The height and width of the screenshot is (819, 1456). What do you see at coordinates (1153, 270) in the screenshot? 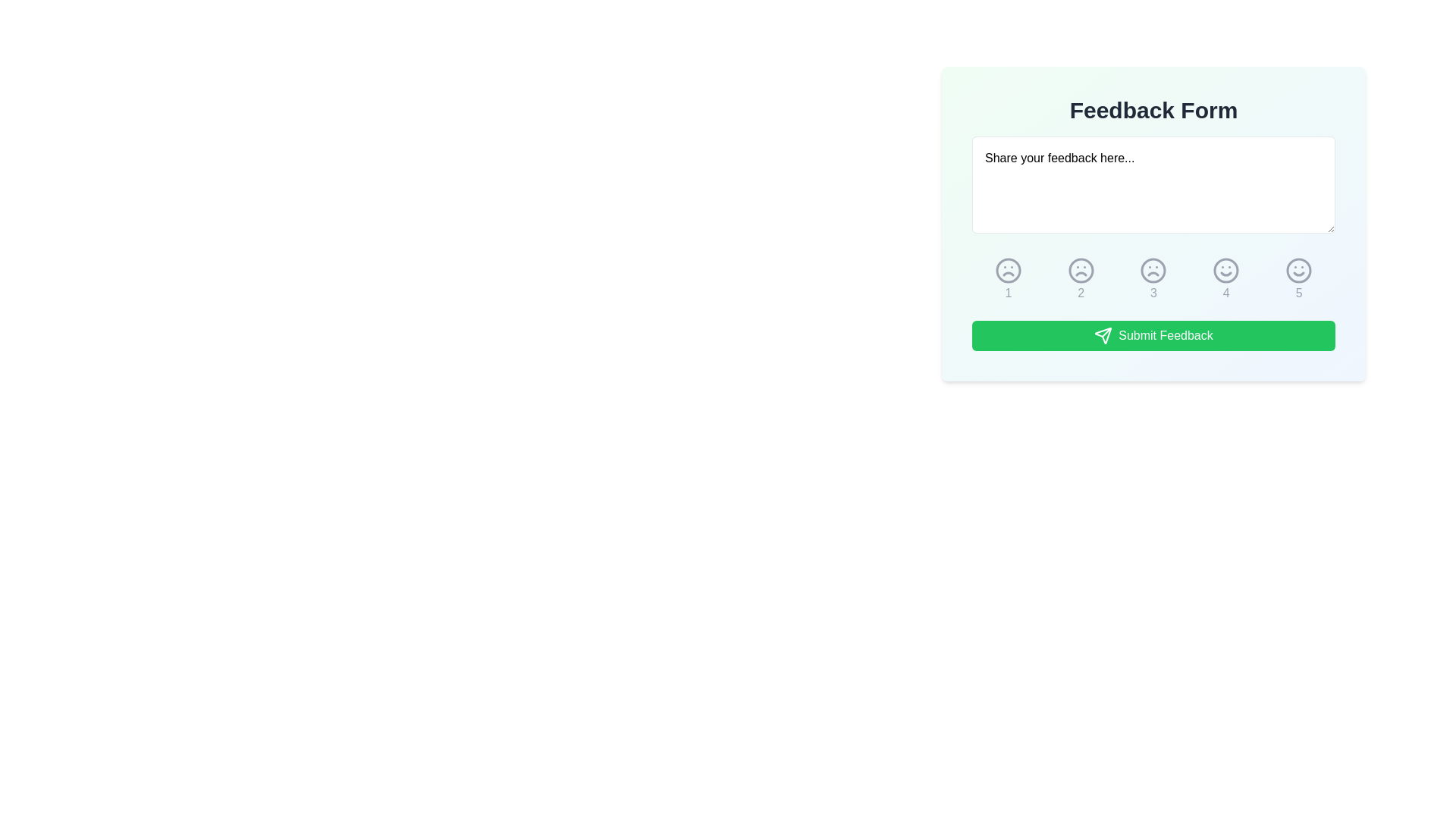
I see `the SVG Circle Element representing the frowning face icon, which is the third option in a row of five rating icons` at bounding box center [1153, 270].